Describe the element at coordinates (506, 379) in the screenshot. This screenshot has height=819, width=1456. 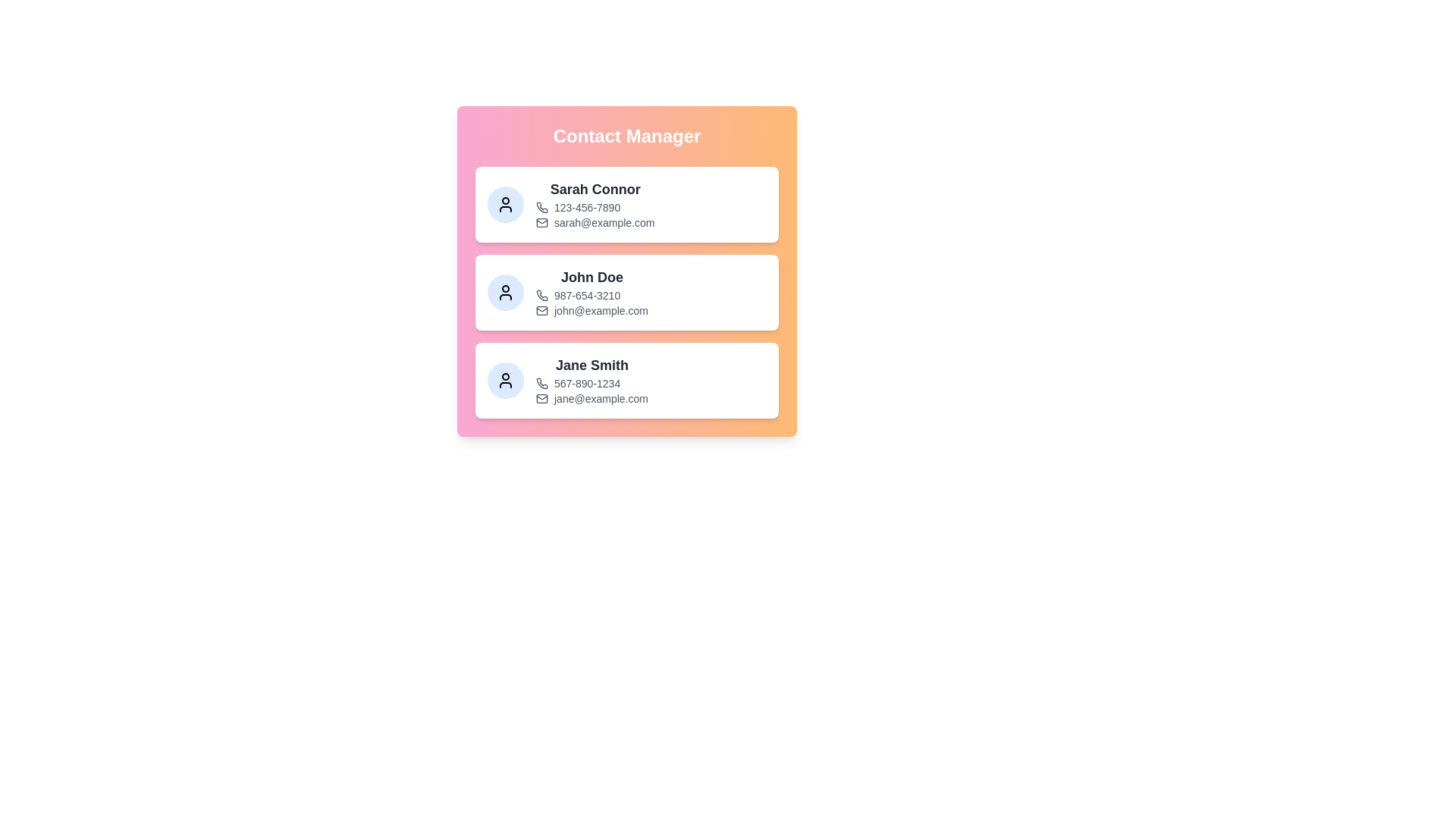
I see `the avatar of the contact specified by Jane Smith` at that location.